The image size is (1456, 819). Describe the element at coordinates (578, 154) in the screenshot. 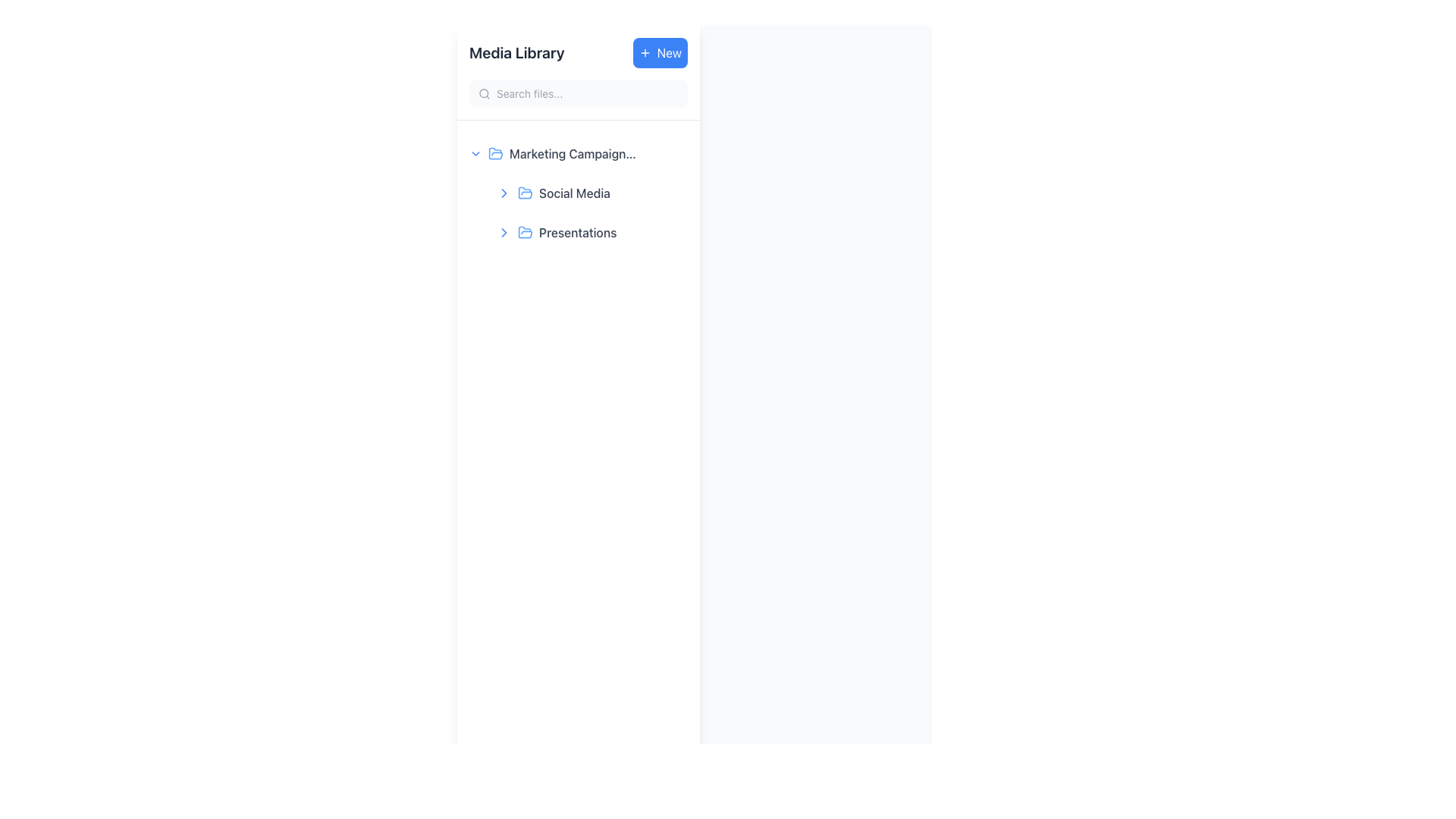

I see `the folder icon of the Expandable list item located in the sidebar navigation panel` at that location.